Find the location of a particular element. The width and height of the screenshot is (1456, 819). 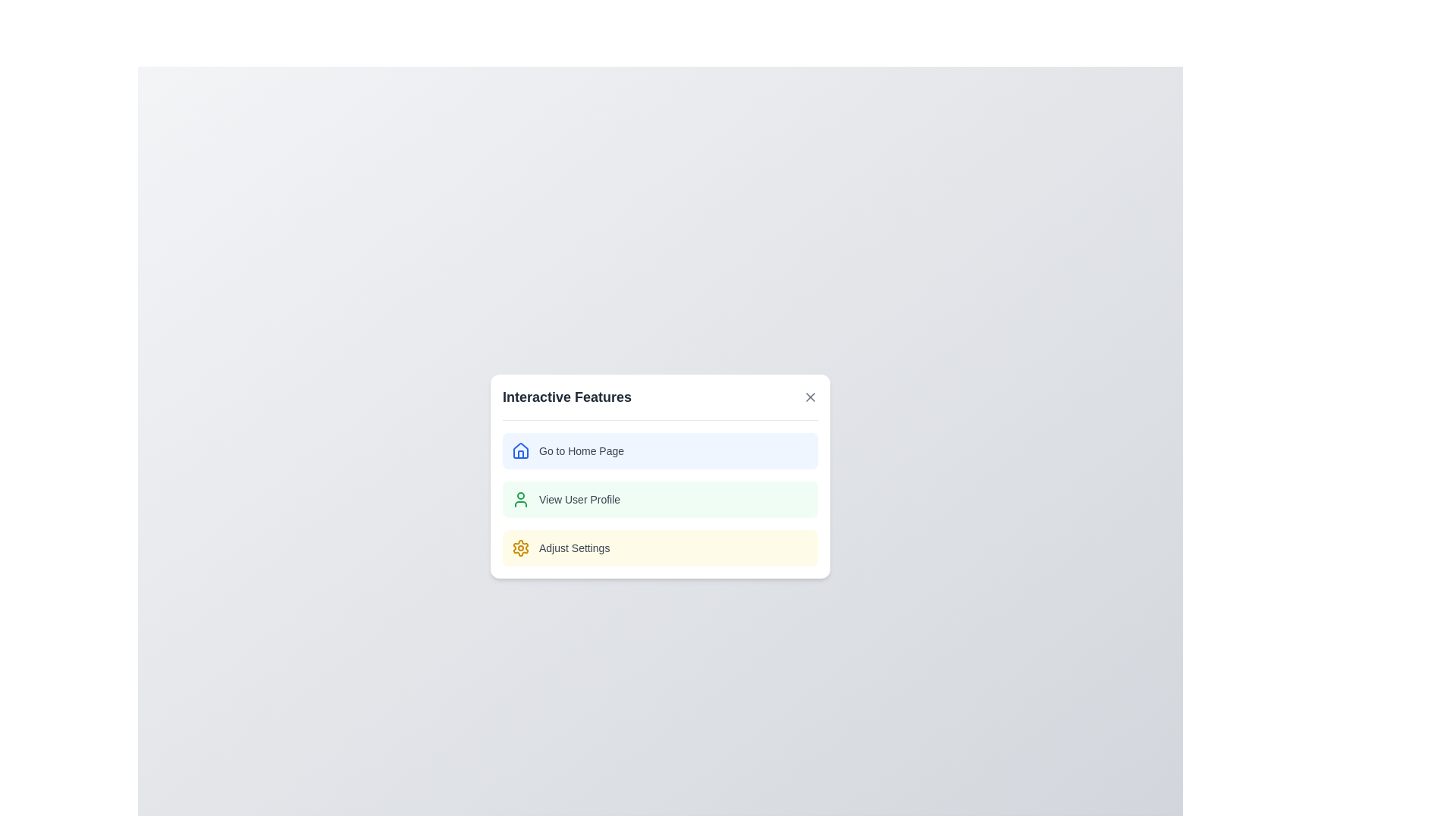

the user profile icon, which is a green circular head atop a curved line representing shoulders, located in the 'View User Profile' section to the left of the text label is located at coordinates (520, 499).